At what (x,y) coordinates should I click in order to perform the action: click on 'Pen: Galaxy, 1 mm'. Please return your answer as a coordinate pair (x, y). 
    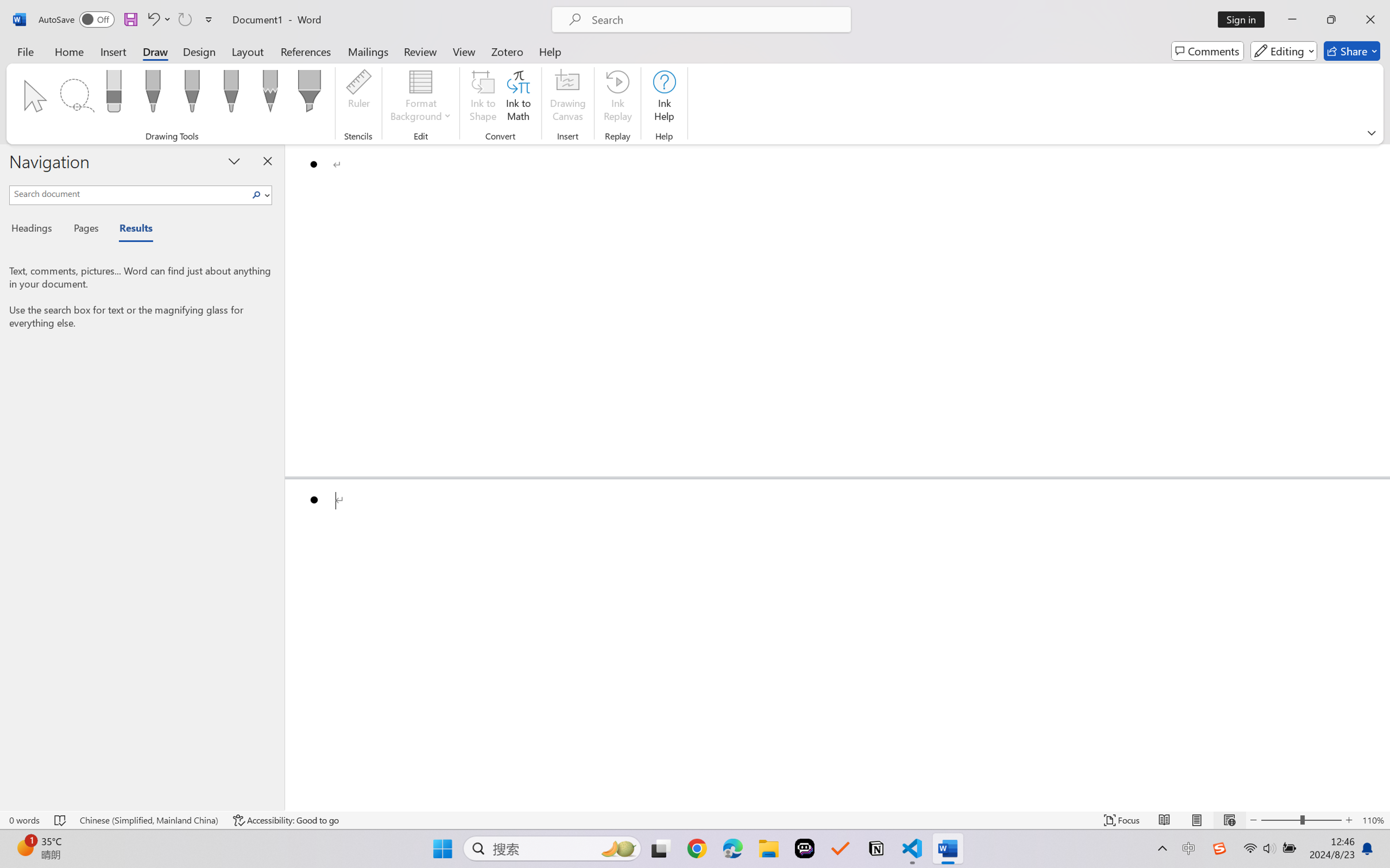
    Looking at the image, I should click on (230, 94).